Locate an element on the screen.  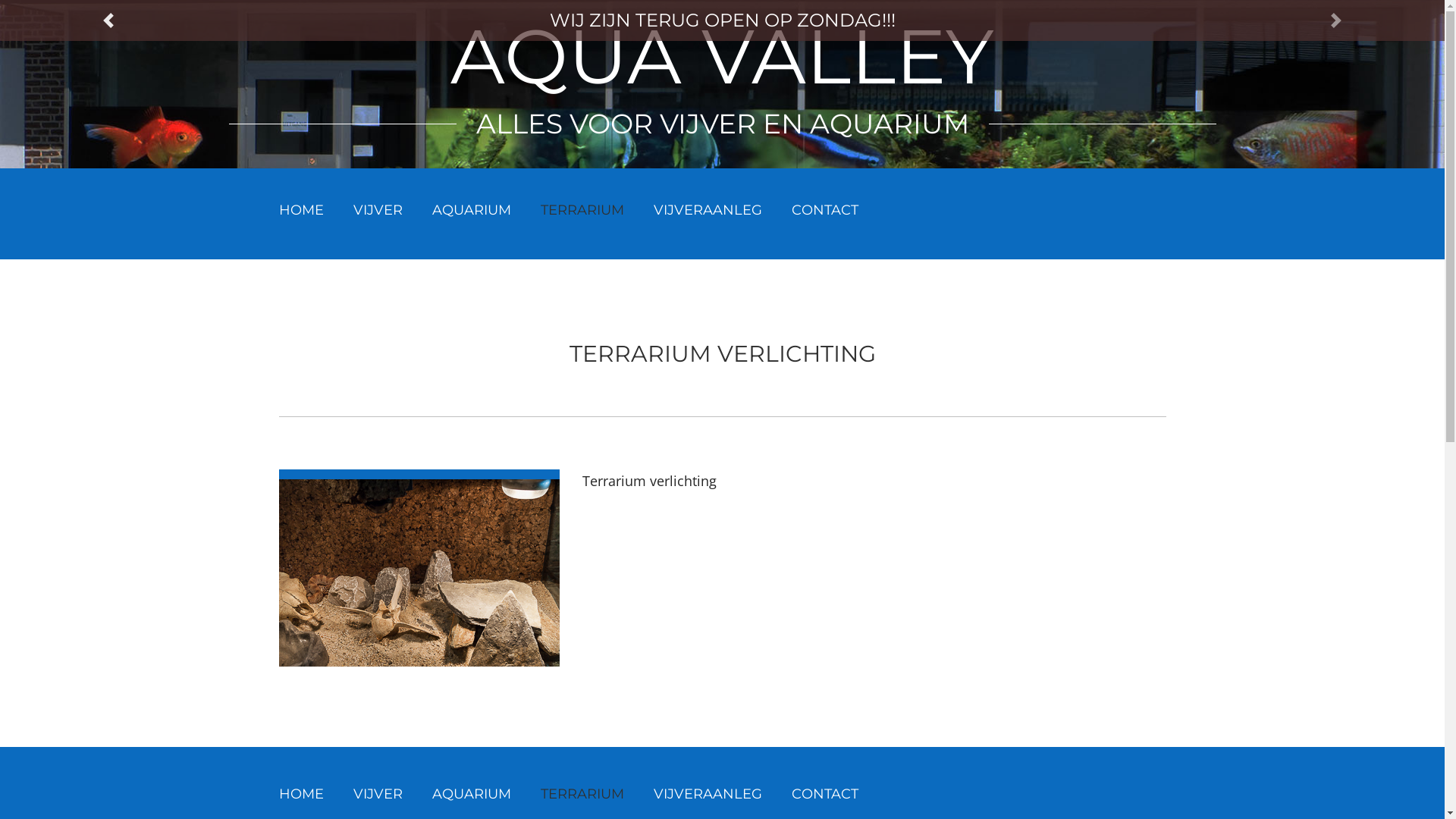
'PREVIOUS' is located at coordinates (108, 5).